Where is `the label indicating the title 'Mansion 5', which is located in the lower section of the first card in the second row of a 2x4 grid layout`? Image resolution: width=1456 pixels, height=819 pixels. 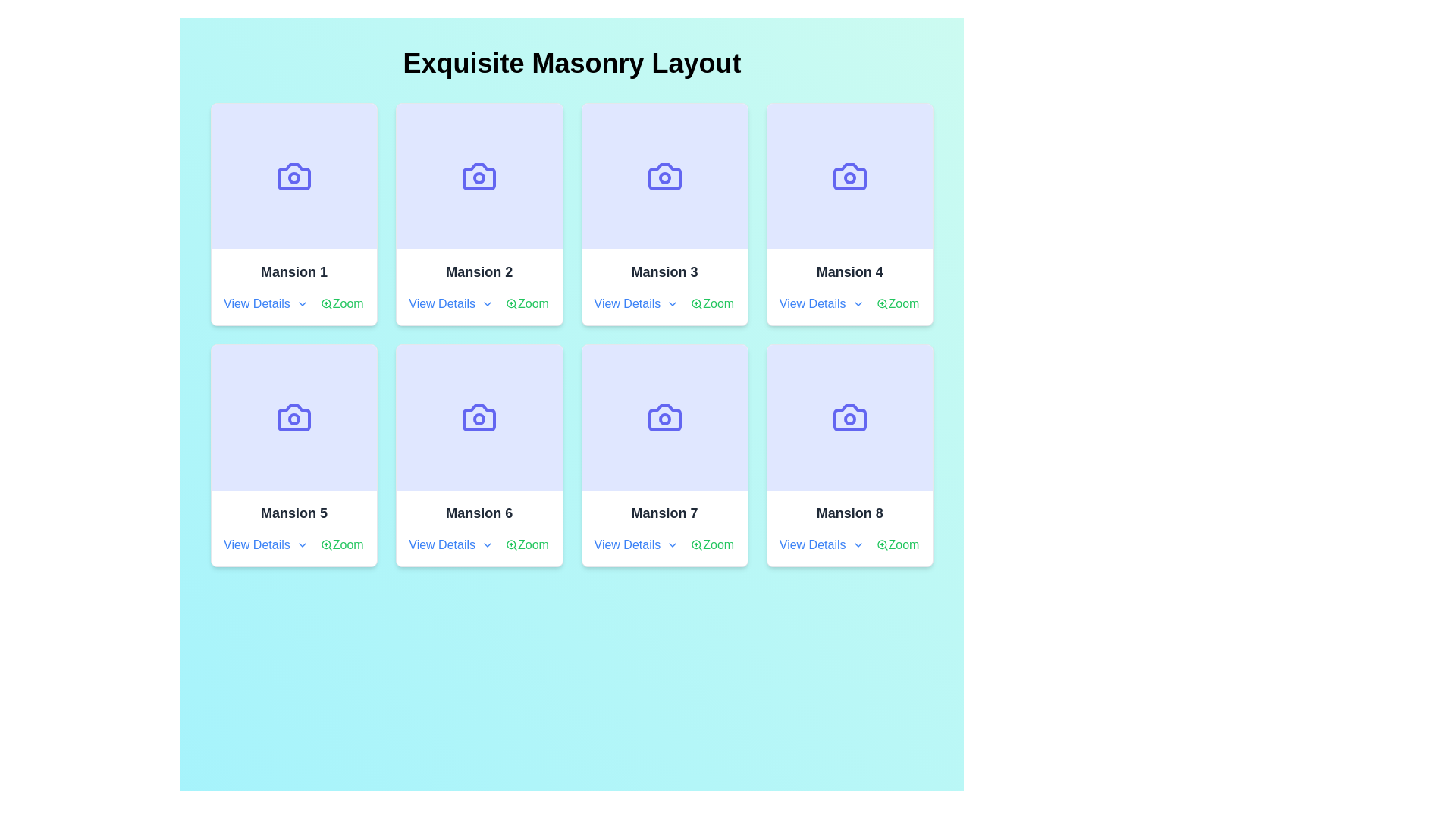 the label indicating the title 'Mansion 5', which is located in the lower section of the first card in the second row of a 2x4 grid layout is located at coordinates (294, 513).